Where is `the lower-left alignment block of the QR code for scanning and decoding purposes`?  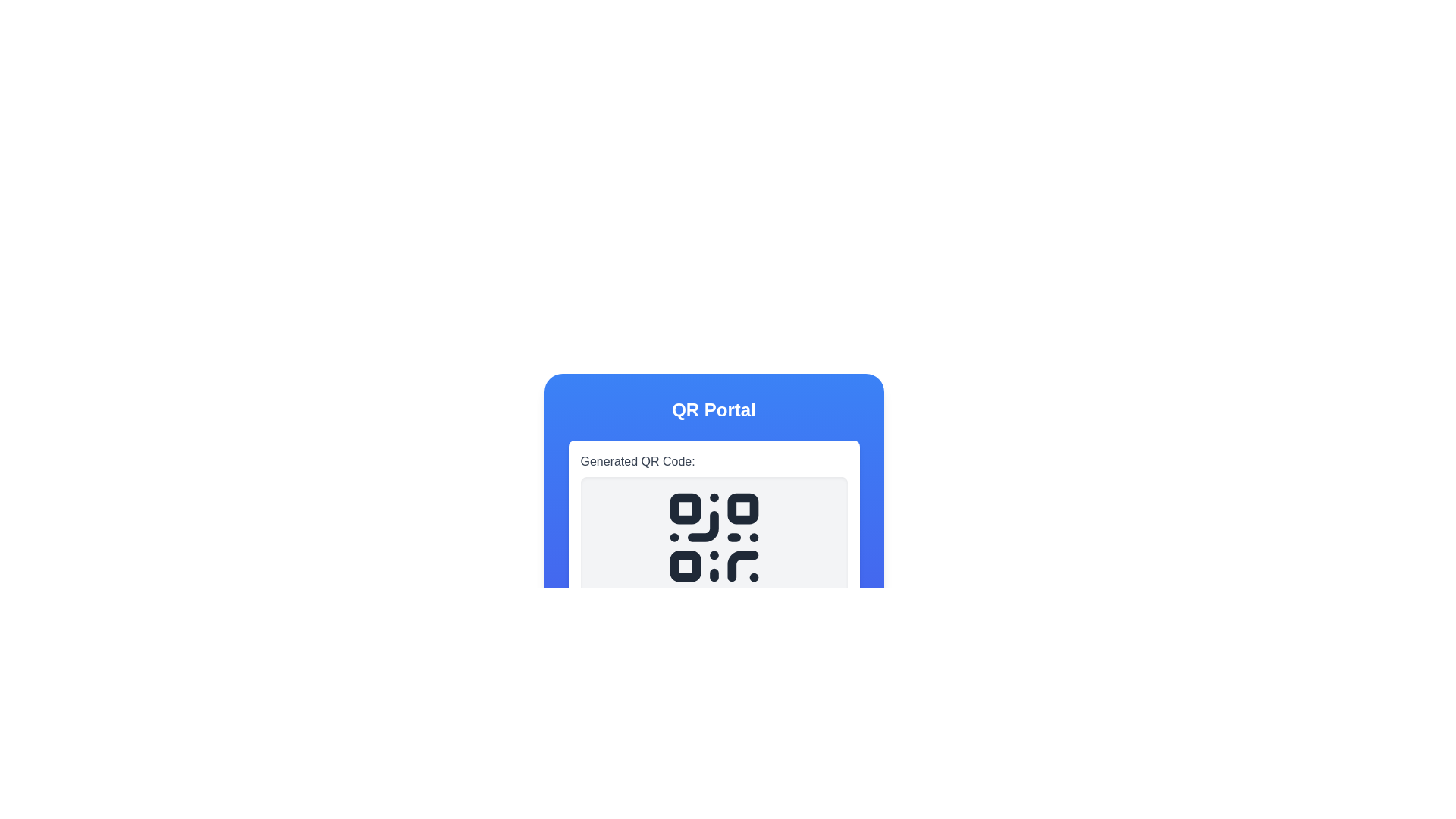 the lower-left alignment block of the QR code for scanning and decoding purposes is located at coordinates (684, 566).